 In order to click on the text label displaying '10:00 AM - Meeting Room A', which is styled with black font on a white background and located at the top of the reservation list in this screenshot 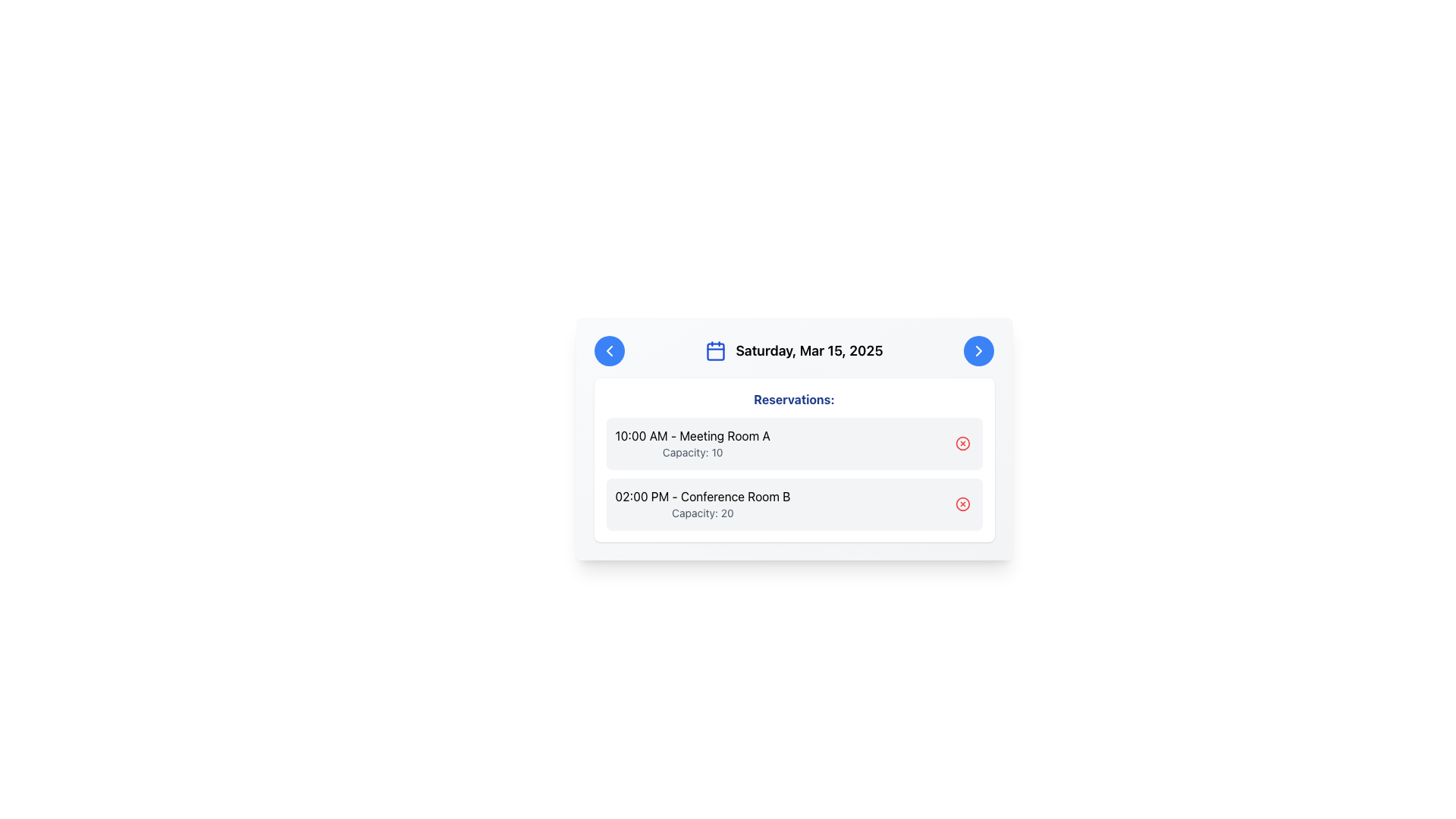, I will do `click(692, 435)`.